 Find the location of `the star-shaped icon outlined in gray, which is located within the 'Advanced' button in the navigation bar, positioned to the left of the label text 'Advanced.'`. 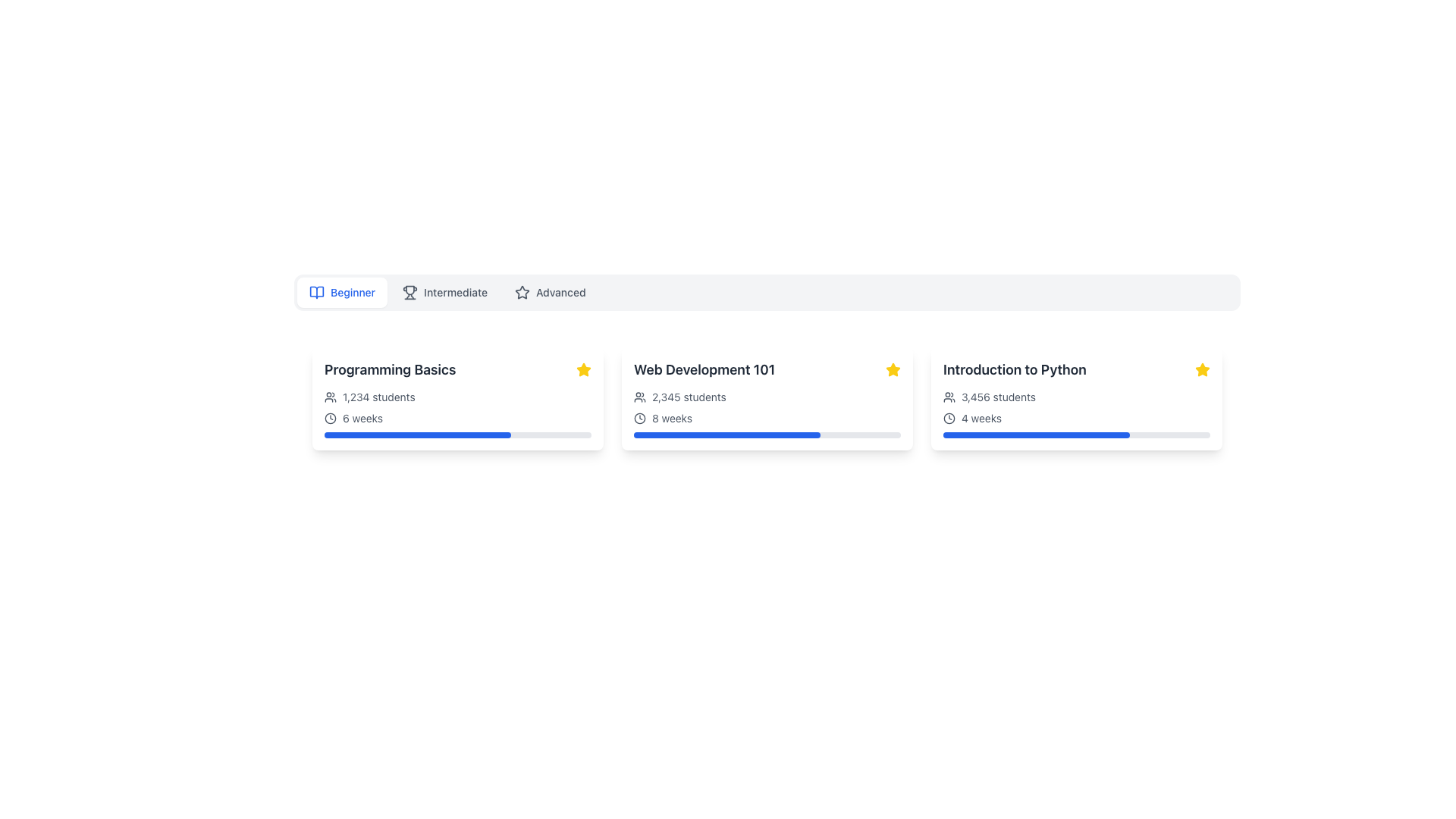

the star-shaped icon outlined in gray, which is located within the 'Advanced' button in the navigation bar, positioned to the left of the label text 'Advanced.' is located at coordinates (522, 292).